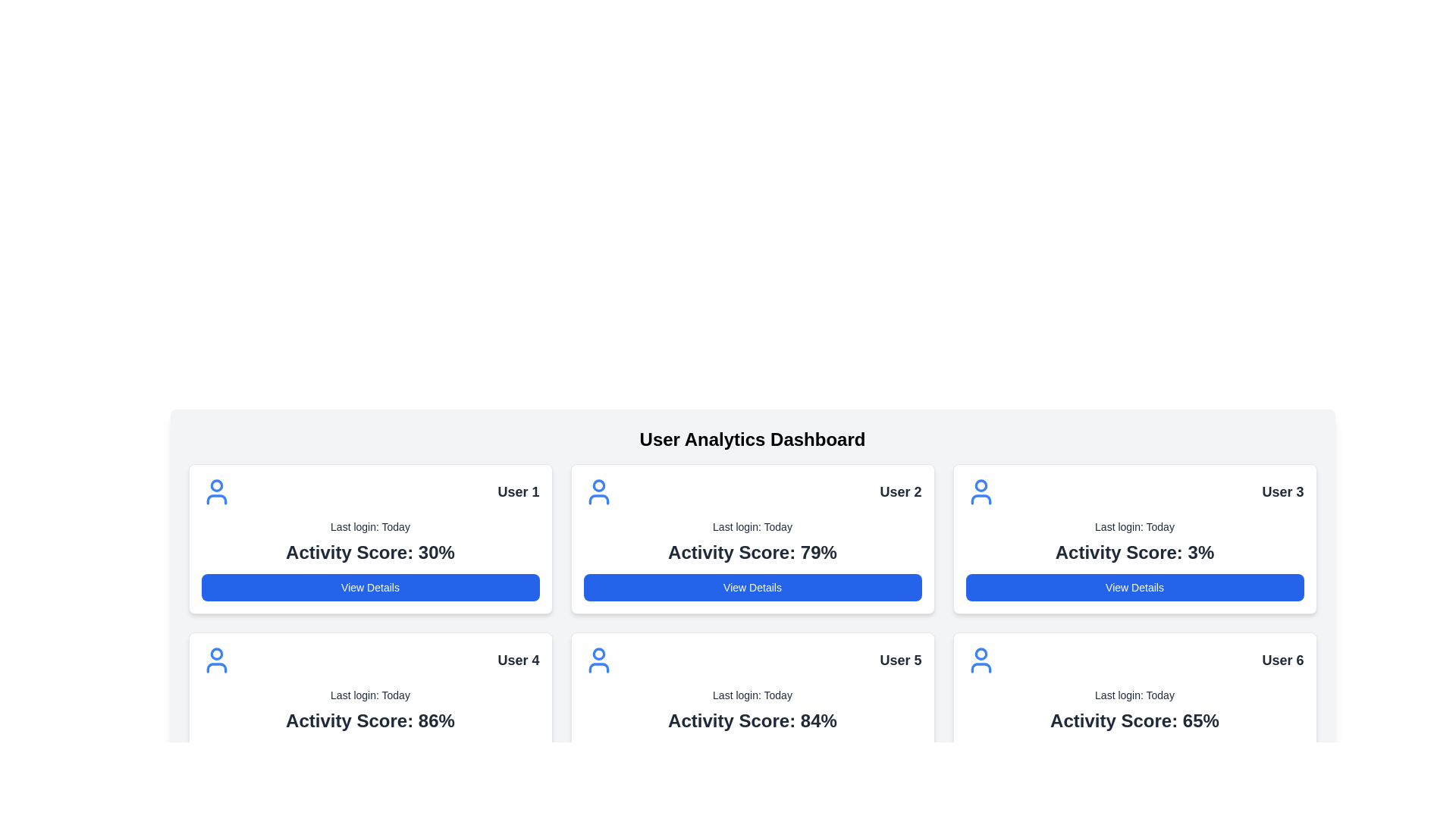 This screenshot has width=1456, height=819. I want to click on the bottom arc of the user icon in the card labeled 'User 5', which symbolizes the base of the person icon, so click(981, 667).